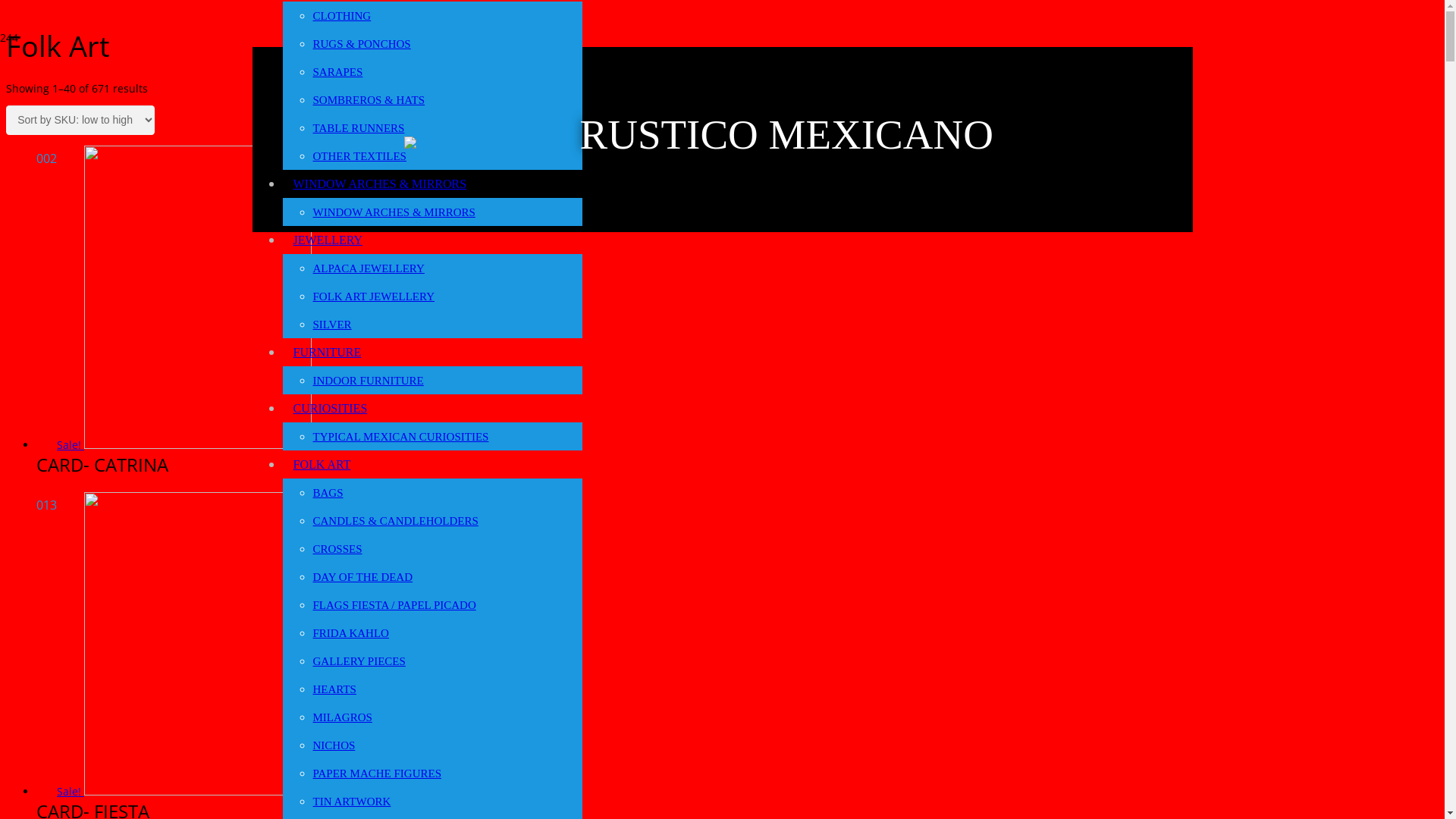  I want to click on 'FOLK ART', so click(320, 463).